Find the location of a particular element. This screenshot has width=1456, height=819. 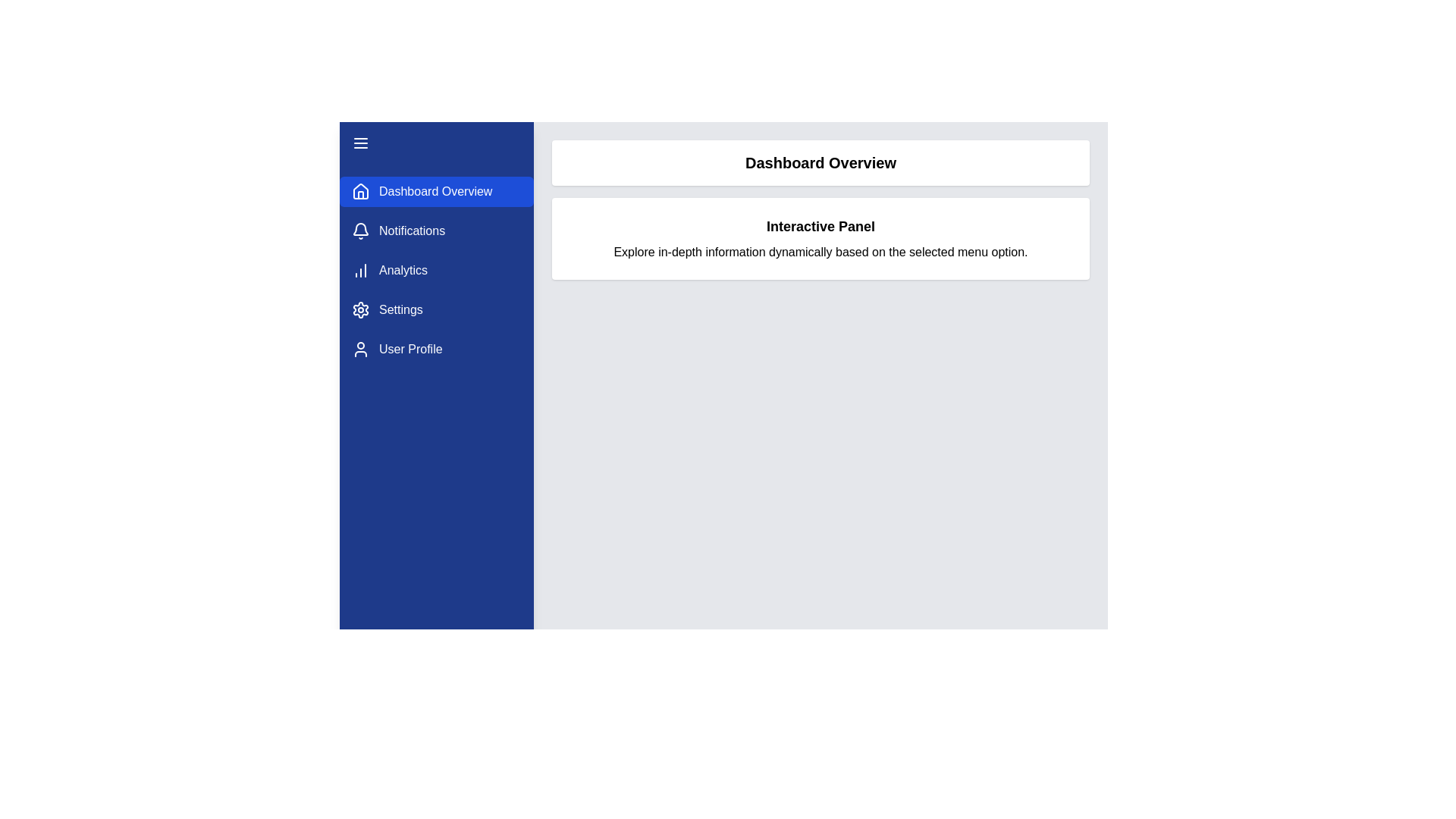

the house icon located in the vertical navigation menu to the left of the 'Dashboard Overview' text, which has a minimalist design and a white color on a blue background is located at coordinates (359, 191).